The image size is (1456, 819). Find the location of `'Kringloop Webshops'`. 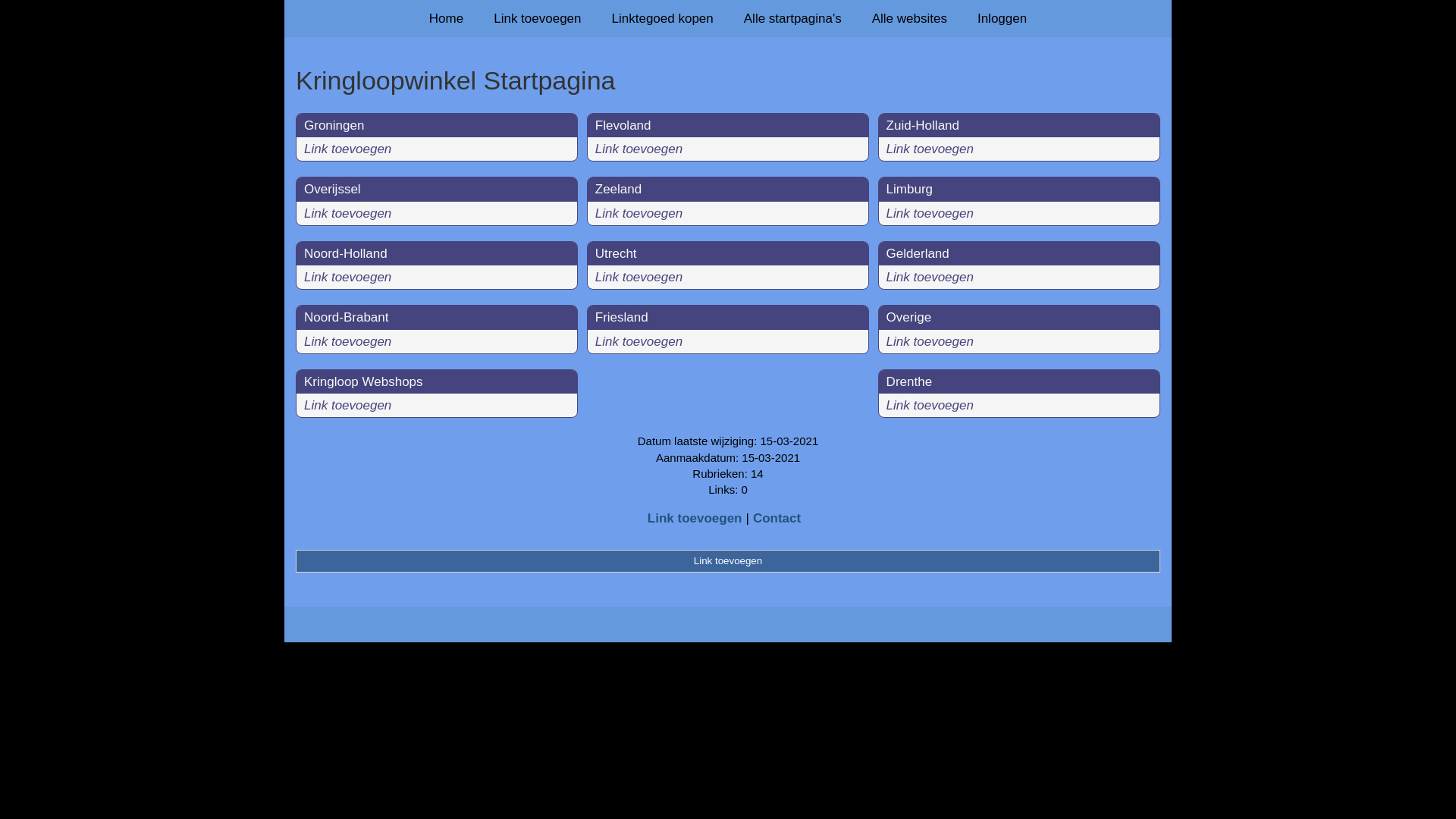

'Kringloop Webshops' is located at coordinates (362, 381).